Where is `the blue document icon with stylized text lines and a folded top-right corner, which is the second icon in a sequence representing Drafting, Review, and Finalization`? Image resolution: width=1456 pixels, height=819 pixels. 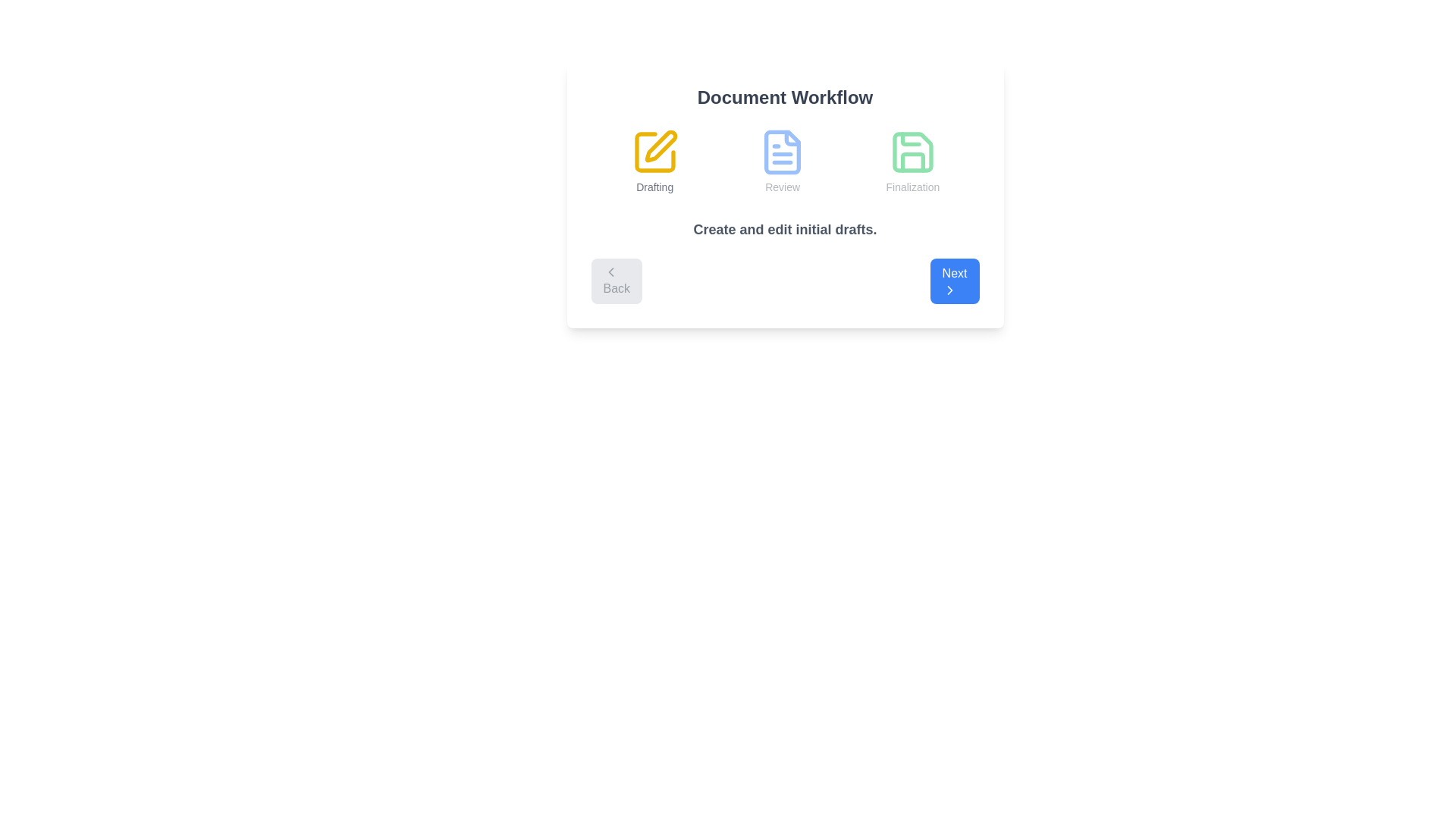 the blue document icon with stylized text lines and a folded top-right corner, which is the second icon in a sequence representing Drafting, Review, and Finalization is located at coordinates (783, 152).